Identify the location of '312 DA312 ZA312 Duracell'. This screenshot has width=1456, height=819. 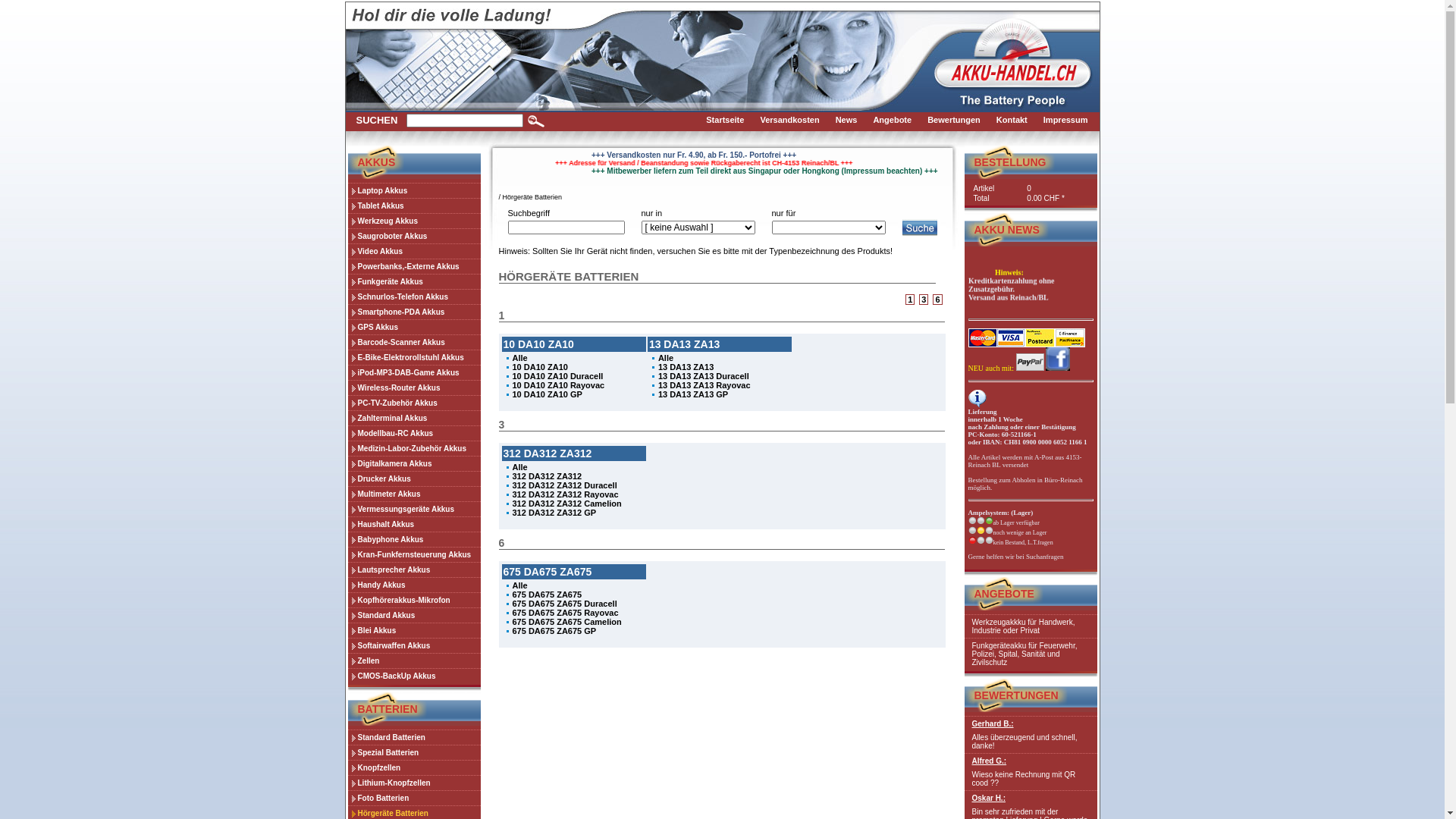
(563, 485).